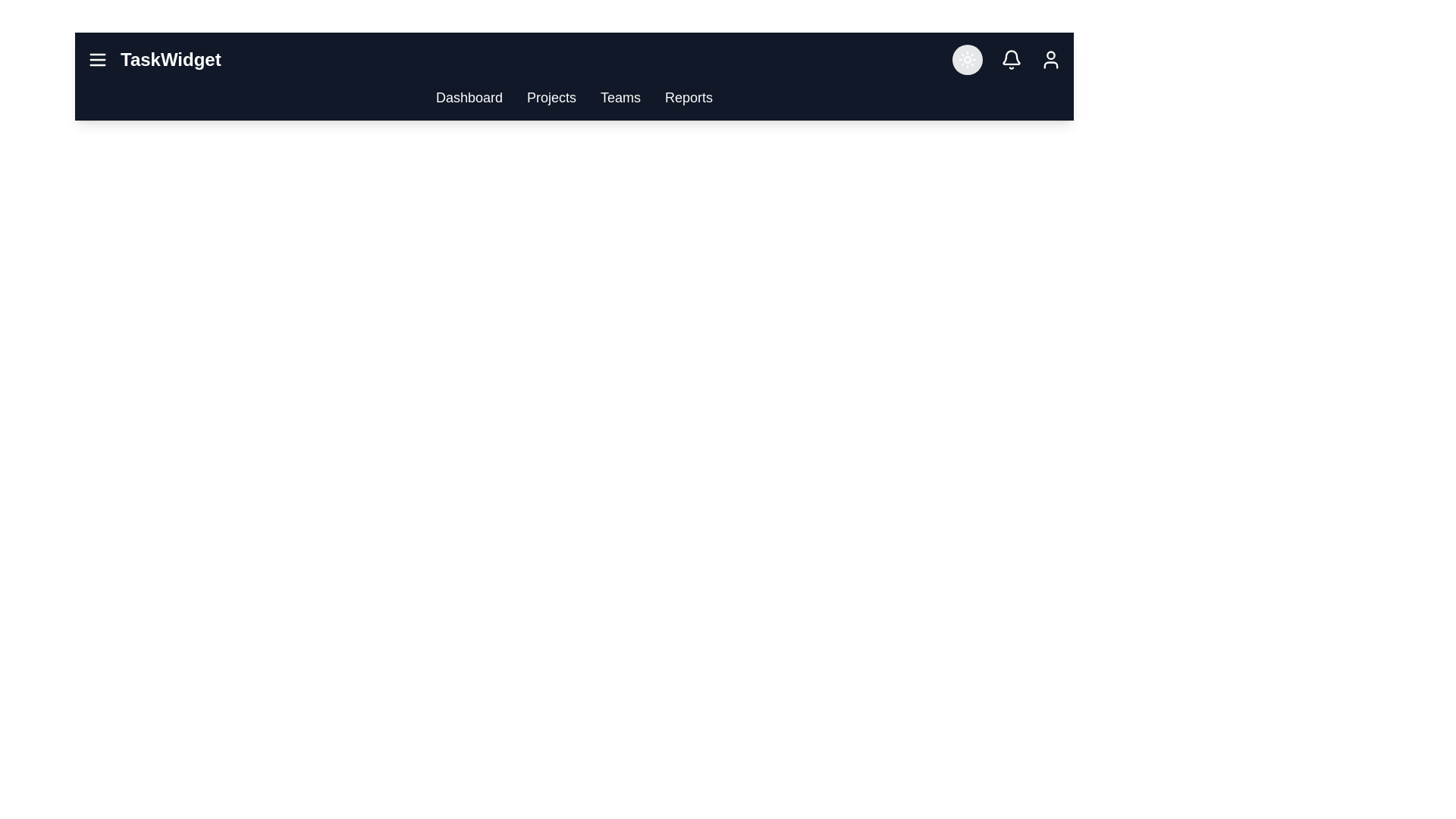 The width and height of the screenshot is (1456, 819). What do you see at coordinates (967, 58) in the screenshot?
I see `the sun/moon icon to toggle the theme` at bounding box center [967, 58].